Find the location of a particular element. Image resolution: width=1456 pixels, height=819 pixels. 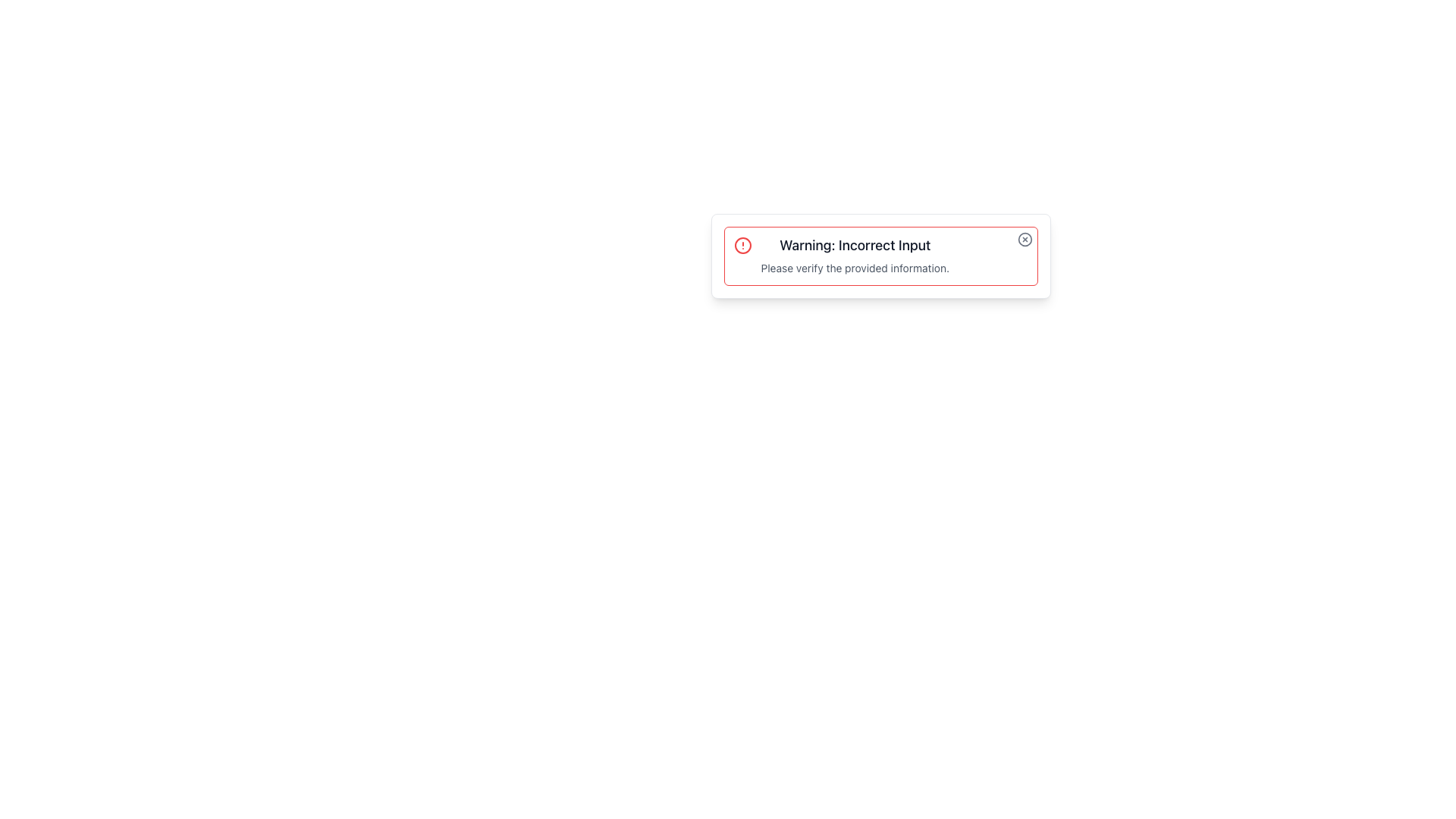

the dismiss button located in the upper-right corner of the warning alert box is located at coordinates (1025, 239).